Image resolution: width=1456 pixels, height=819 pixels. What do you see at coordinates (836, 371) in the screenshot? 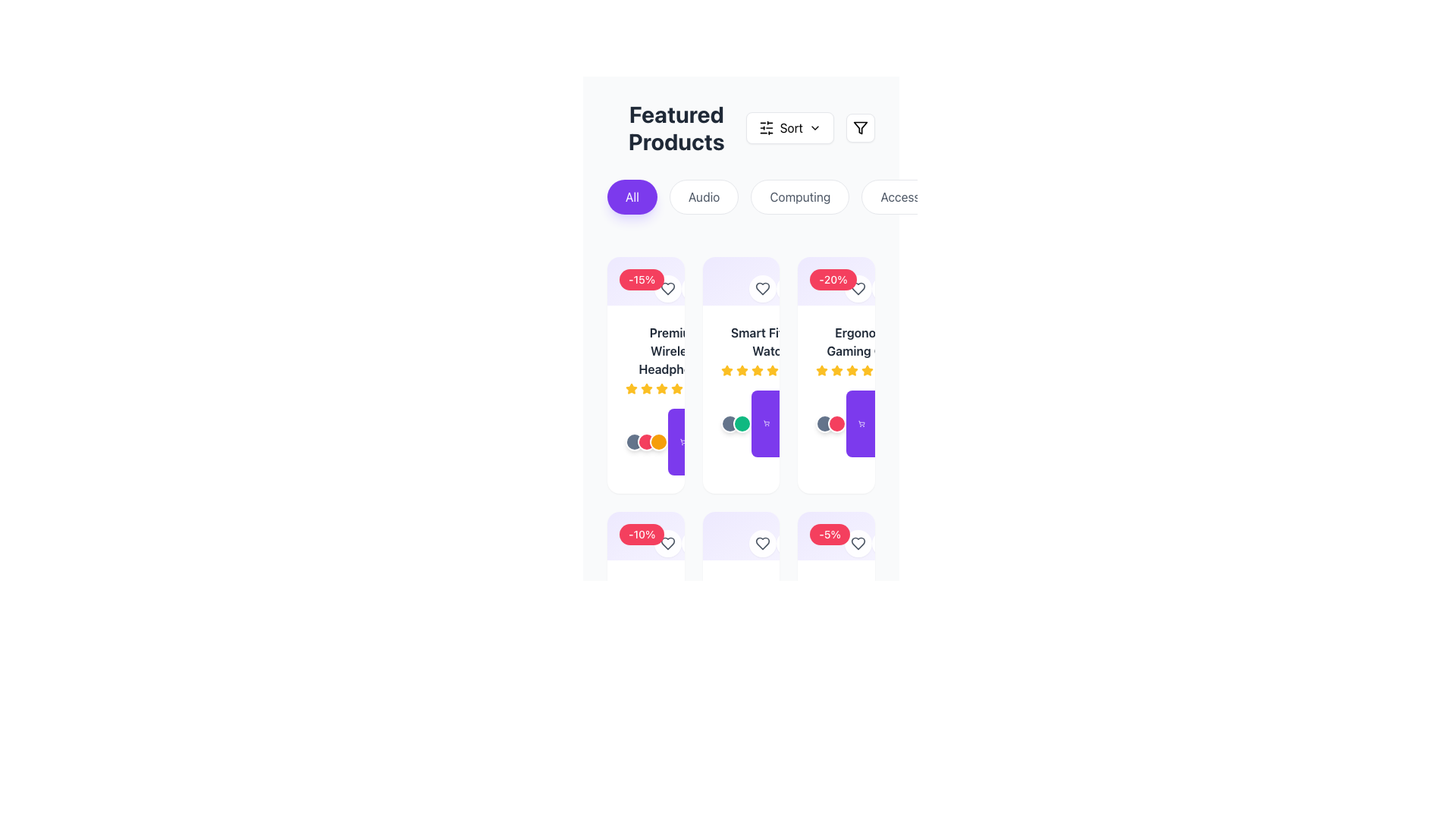
I see `the third star icon from the left in the rating display` at bounding box center [836, 371].